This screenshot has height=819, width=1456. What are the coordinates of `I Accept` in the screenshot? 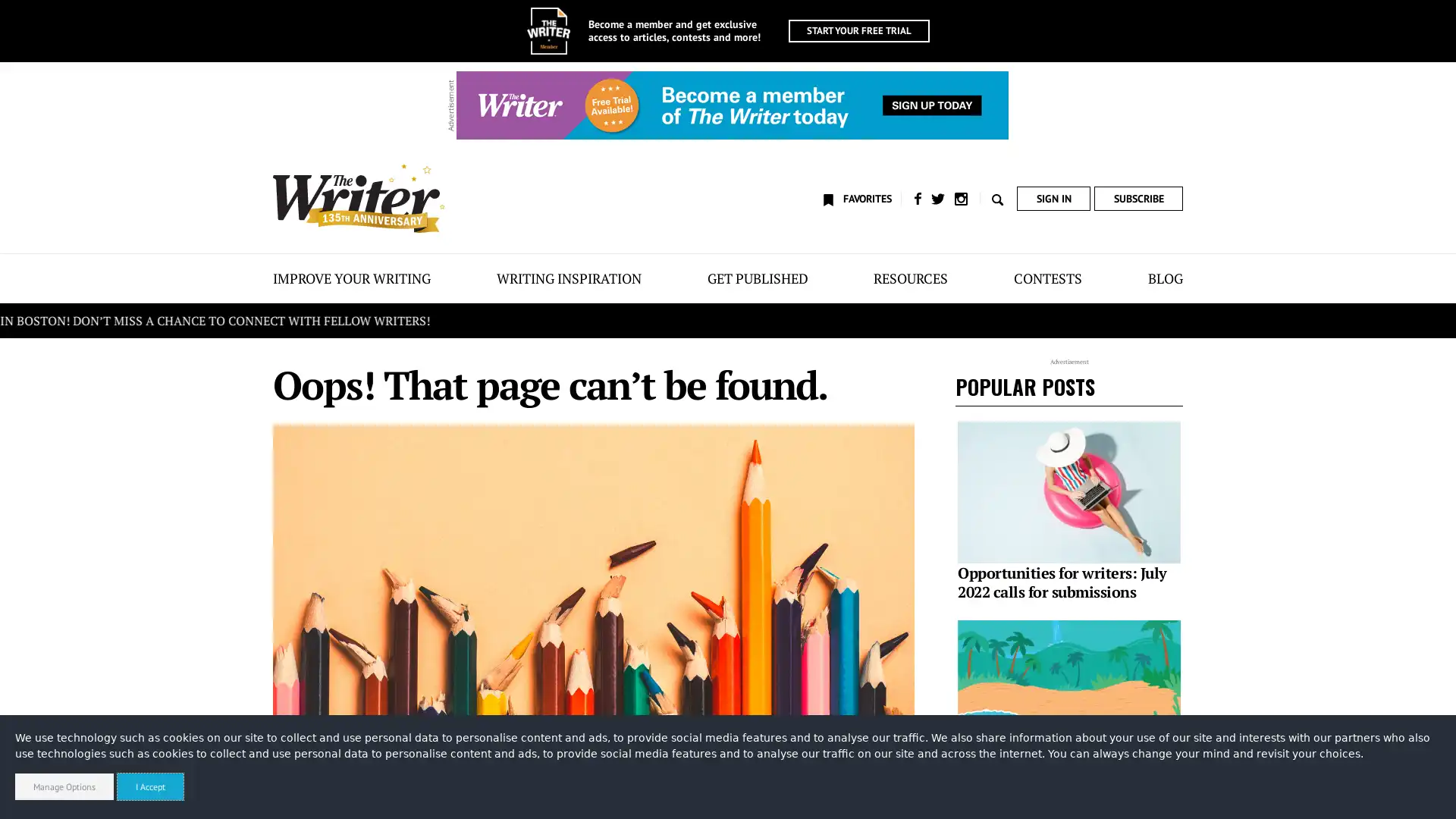 It's located at (150, 786).